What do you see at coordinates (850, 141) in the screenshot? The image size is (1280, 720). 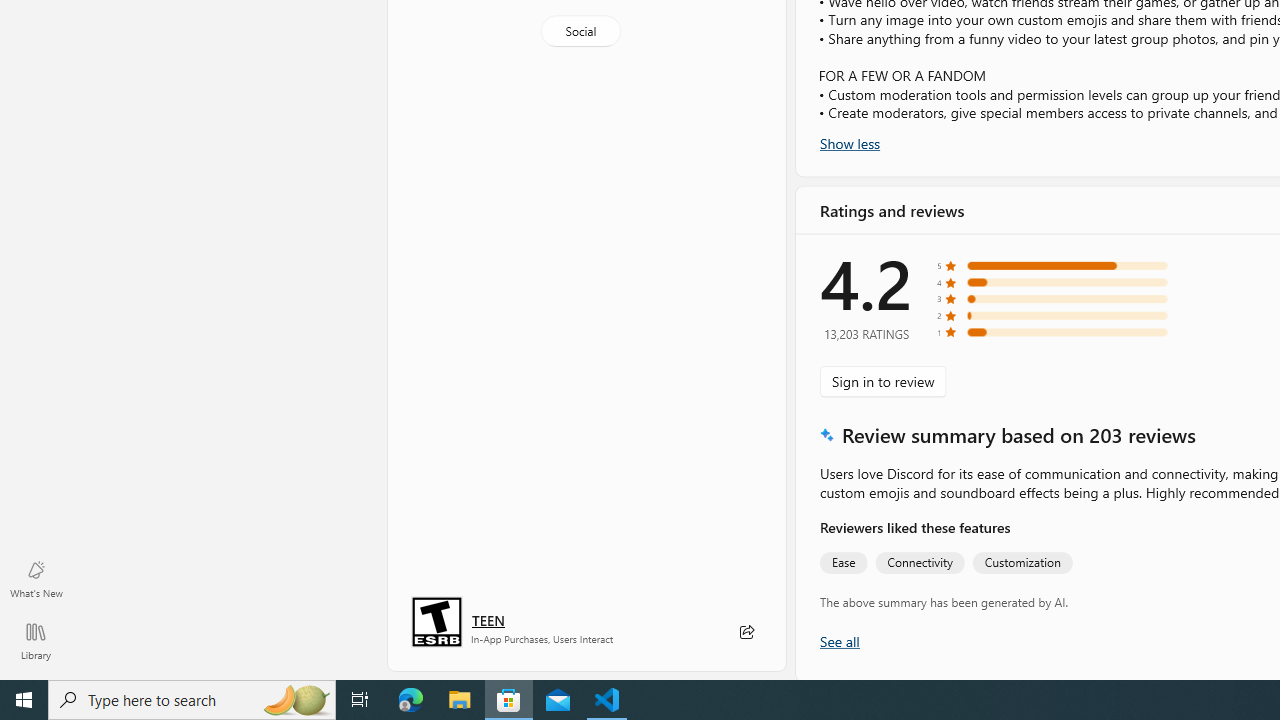 I see `'Show less'` at bounding box center [850, 141].